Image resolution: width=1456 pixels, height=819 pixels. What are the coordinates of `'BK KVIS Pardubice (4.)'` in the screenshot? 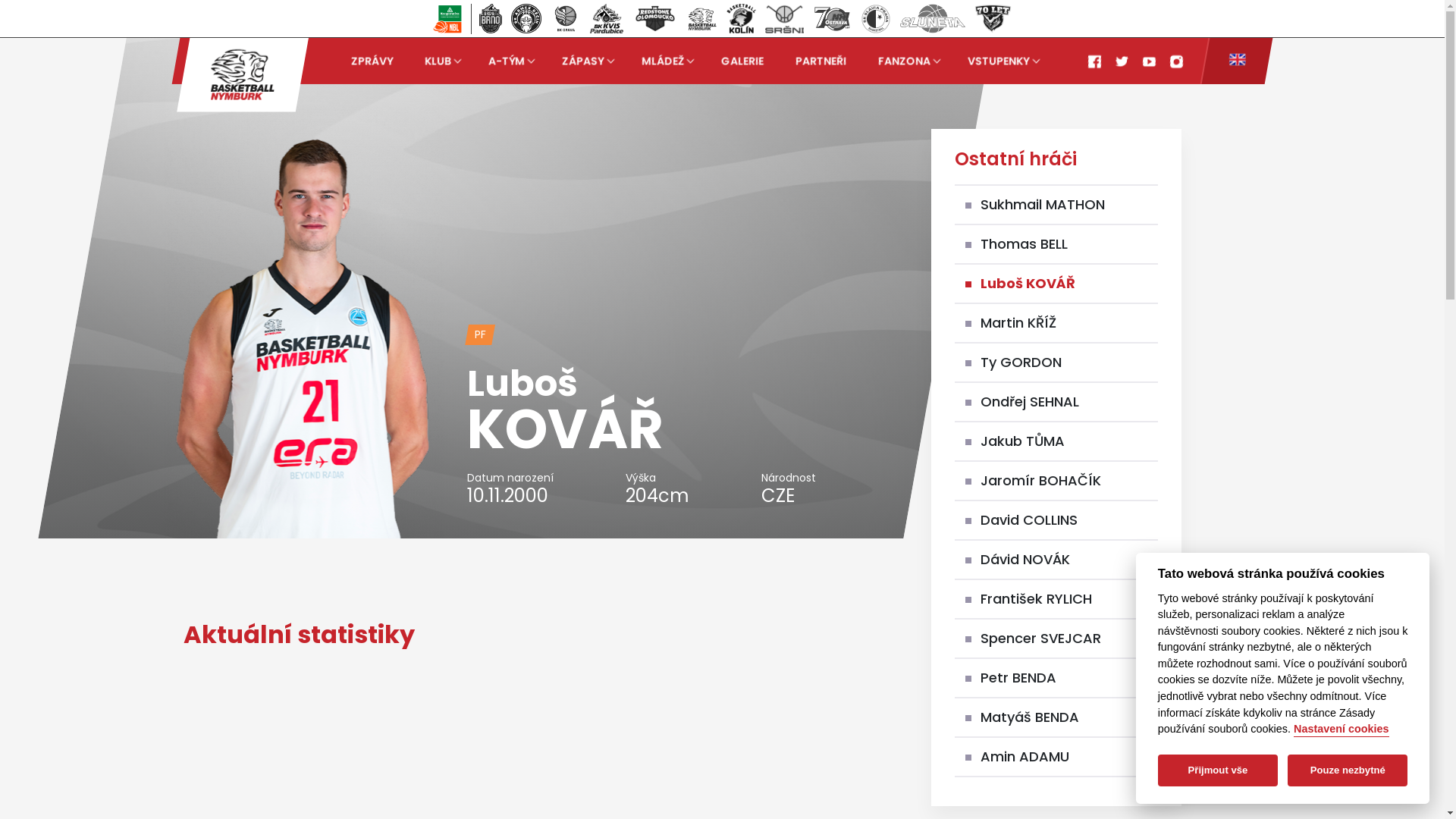 It's located at (607, 17).